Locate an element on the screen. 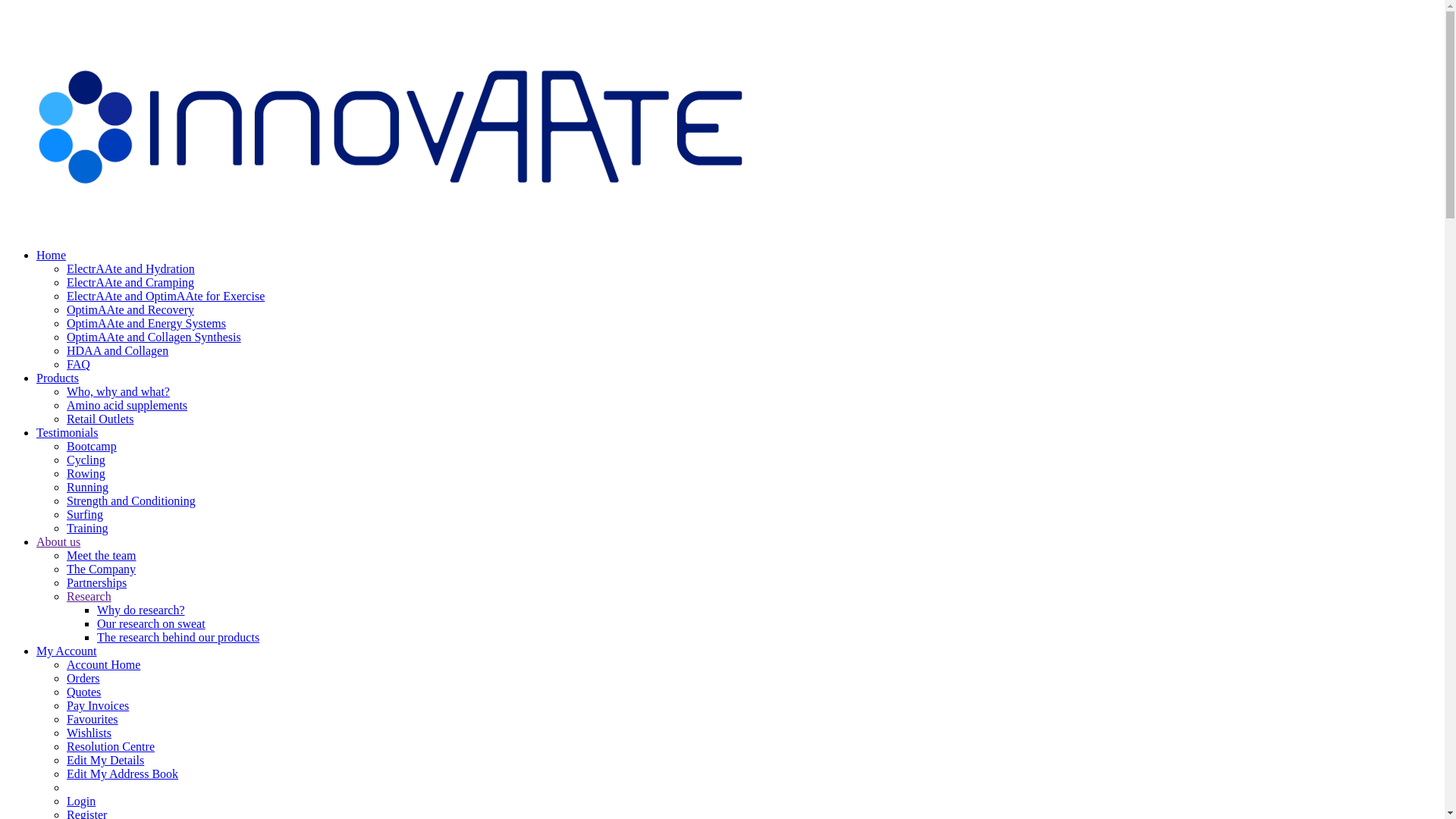 This screenshot has width=1456, height=819. 'About us' is located at coordinates (58, 541).